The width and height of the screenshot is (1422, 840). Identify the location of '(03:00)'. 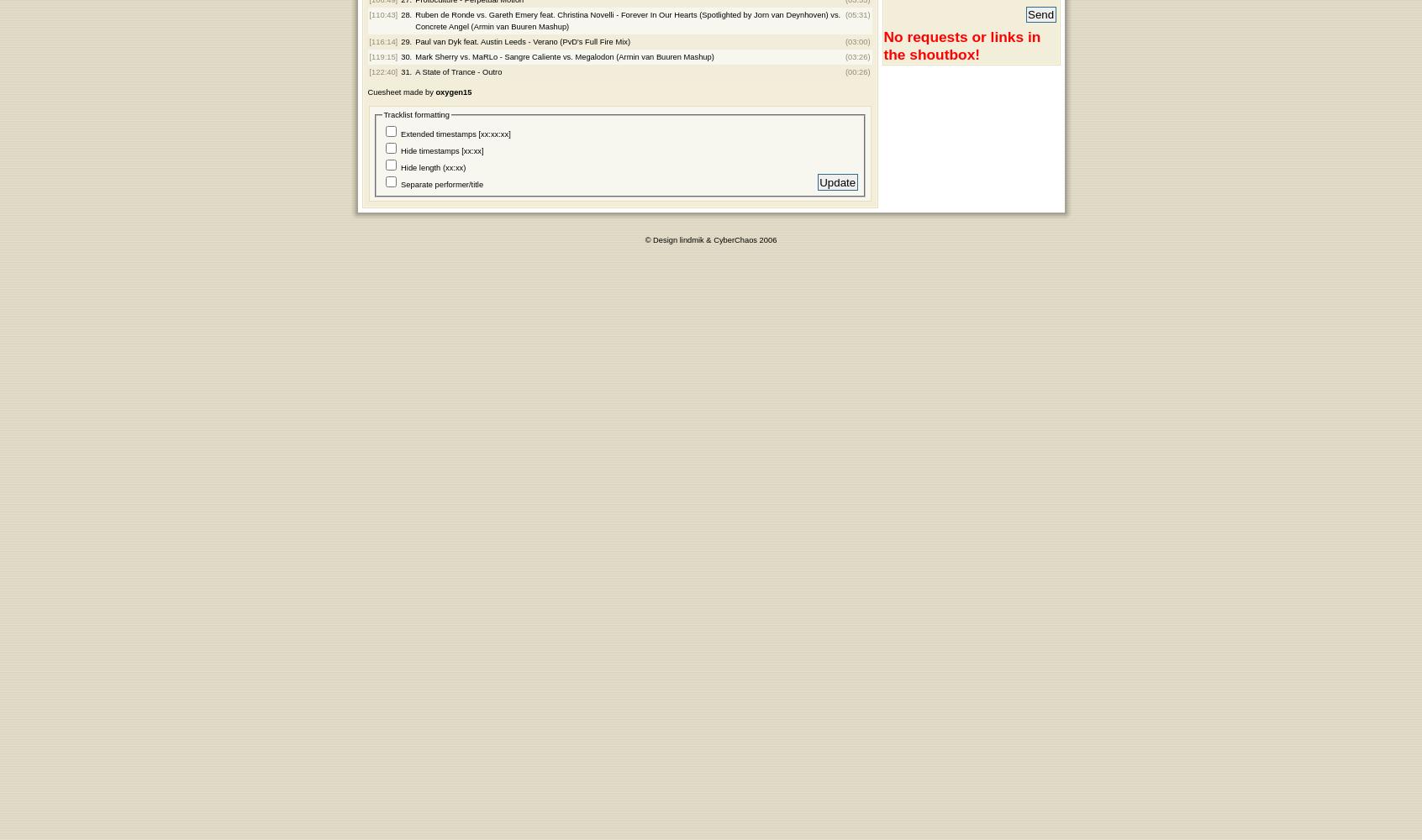
(844, 42).